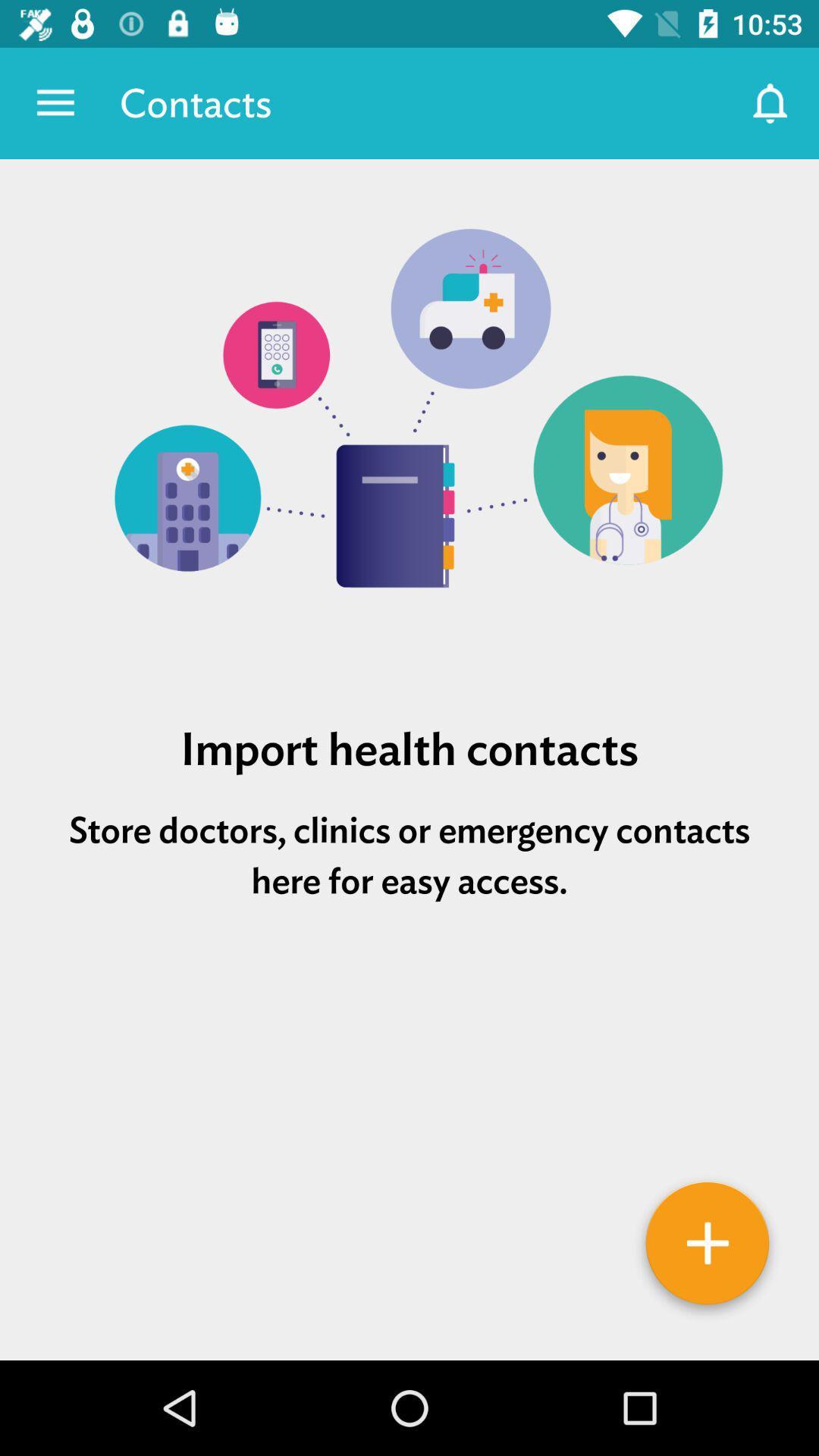  I want to click on the add icon, so click(708, 1248).